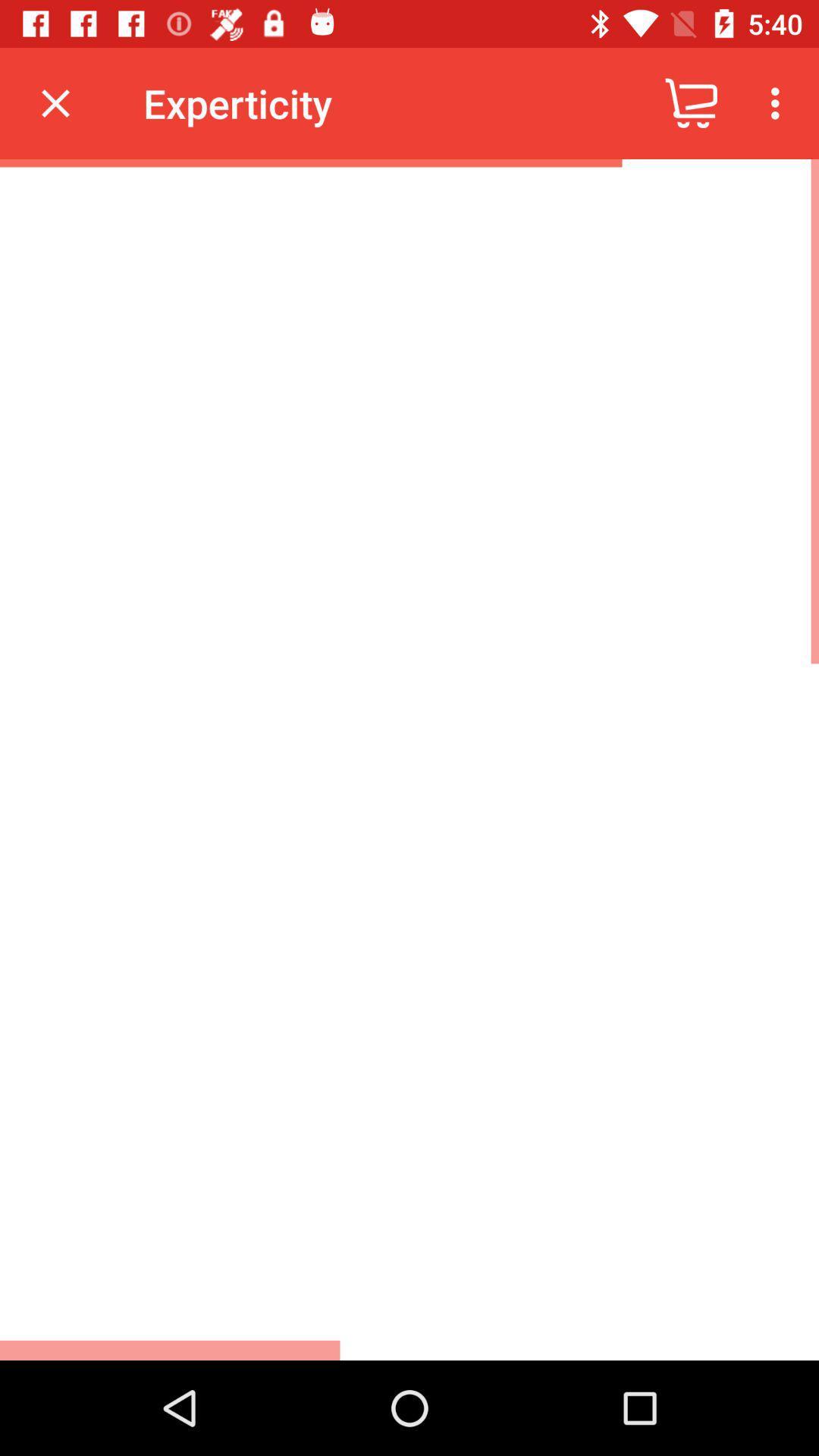 This screenshot has height=1456, width=819. What do you see at coordinates (691, 102) in the screenshot?
I see `item to the right of the experticity icon` at bounding box center [691, 102].